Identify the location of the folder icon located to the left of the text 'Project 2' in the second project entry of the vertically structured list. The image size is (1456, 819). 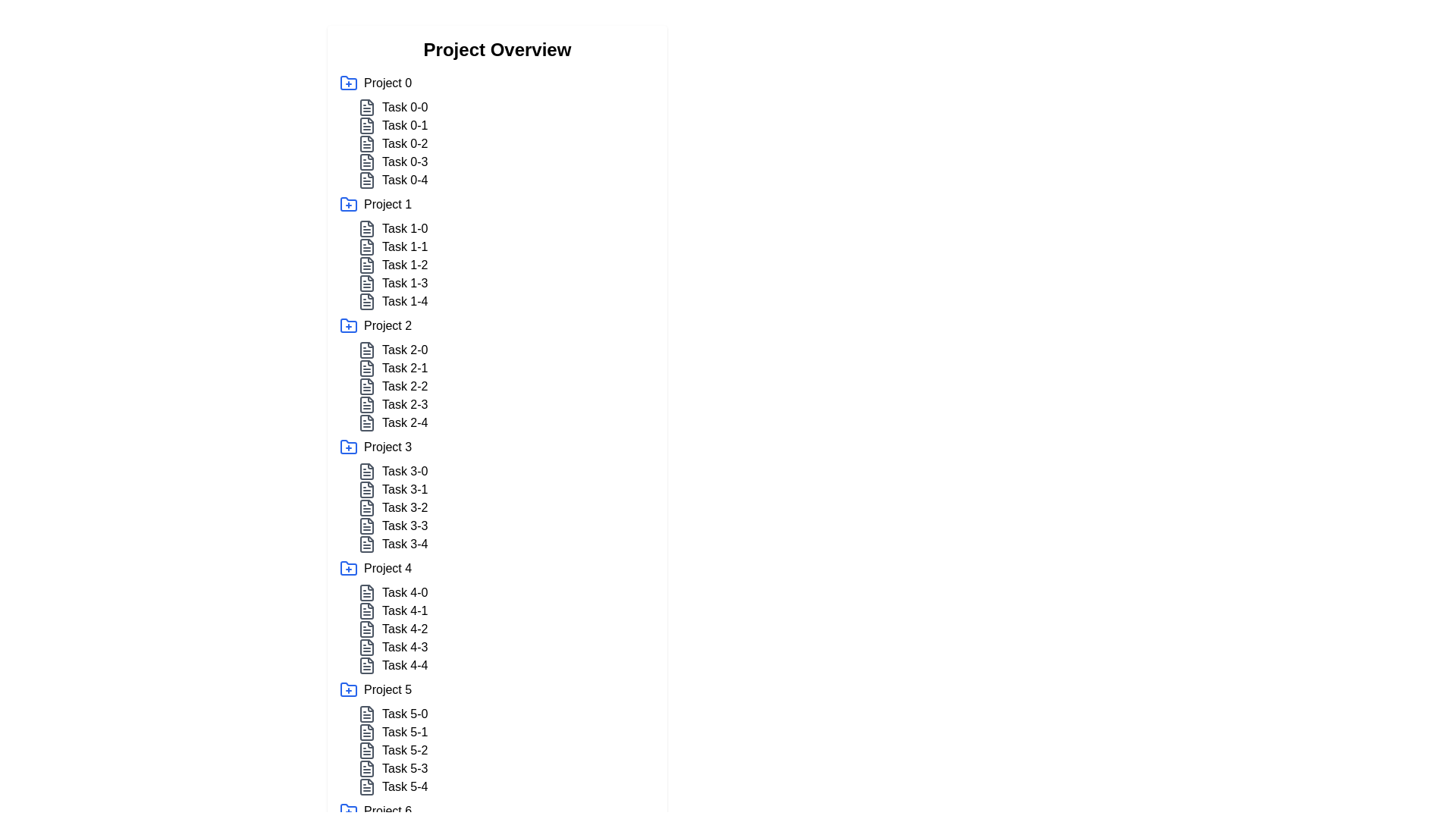
(348, 325).